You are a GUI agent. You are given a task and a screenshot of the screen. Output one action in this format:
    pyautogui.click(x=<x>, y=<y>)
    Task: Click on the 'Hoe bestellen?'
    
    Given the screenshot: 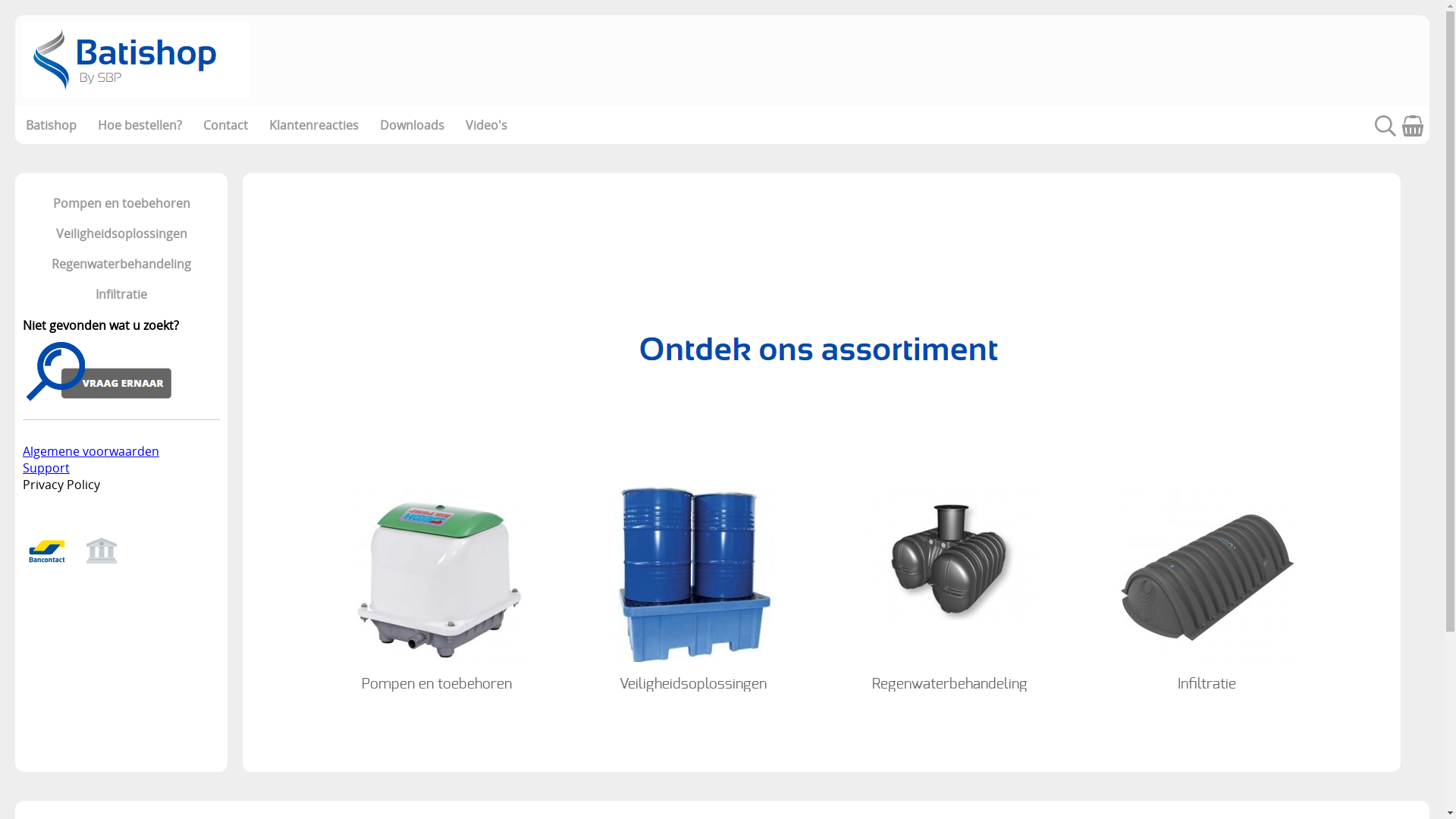 What is the action you would take?
    pyautogui.click(x=86, y=124)
    